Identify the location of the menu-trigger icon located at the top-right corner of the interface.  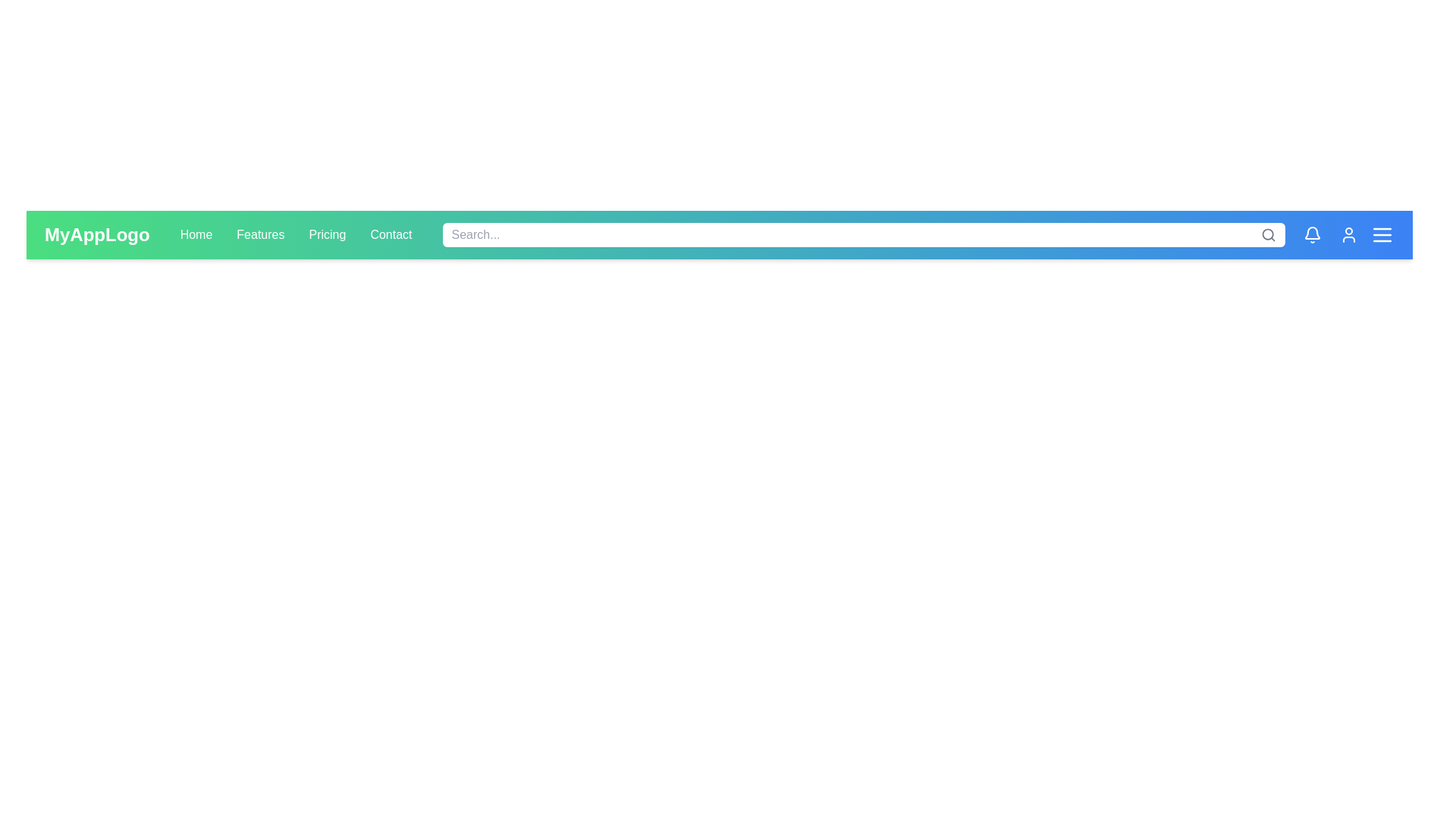
(1382, 234).